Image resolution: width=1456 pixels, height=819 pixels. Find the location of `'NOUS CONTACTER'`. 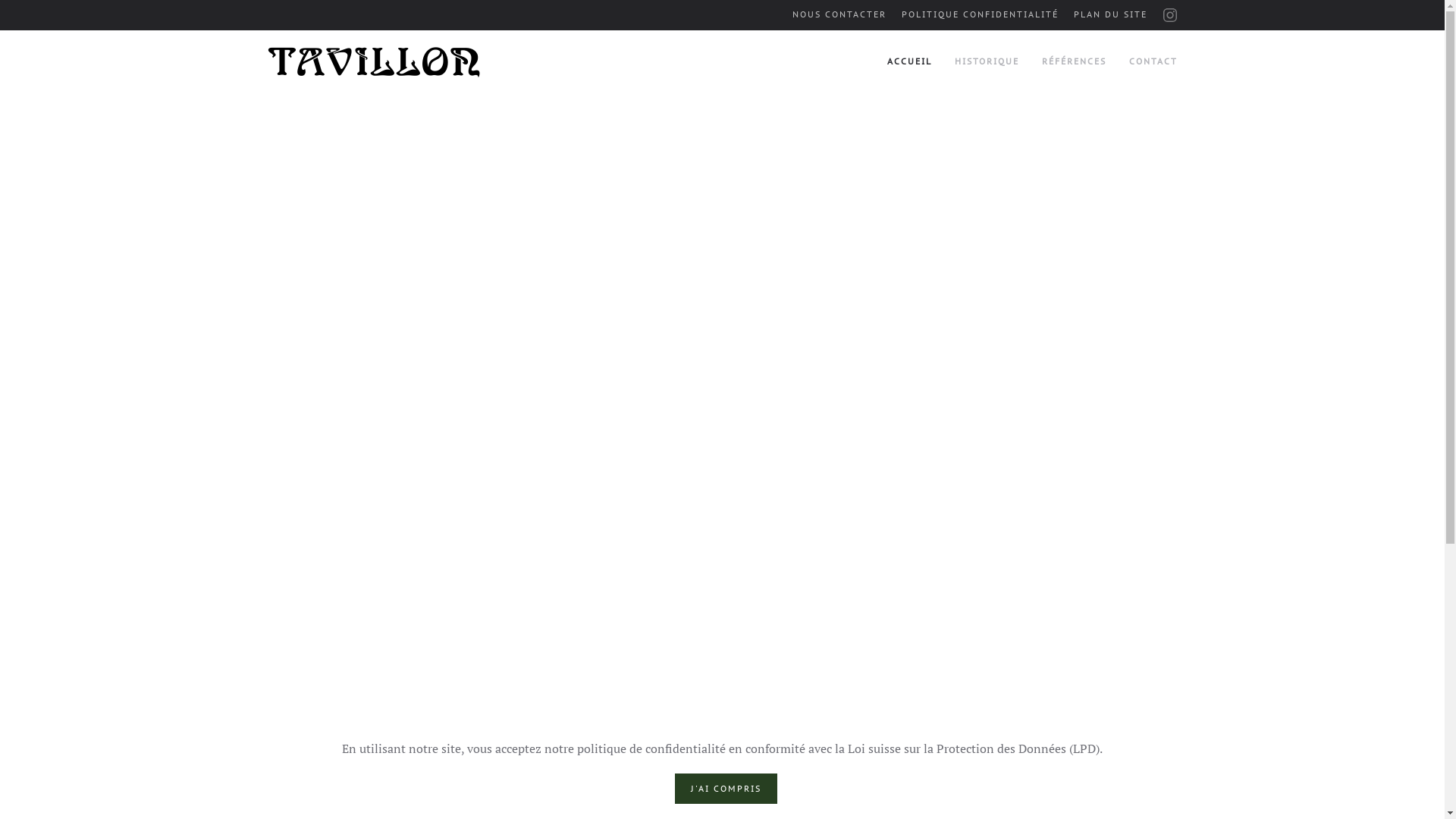

'NOUS CONTACTER' is located at coordinates (790, 14).